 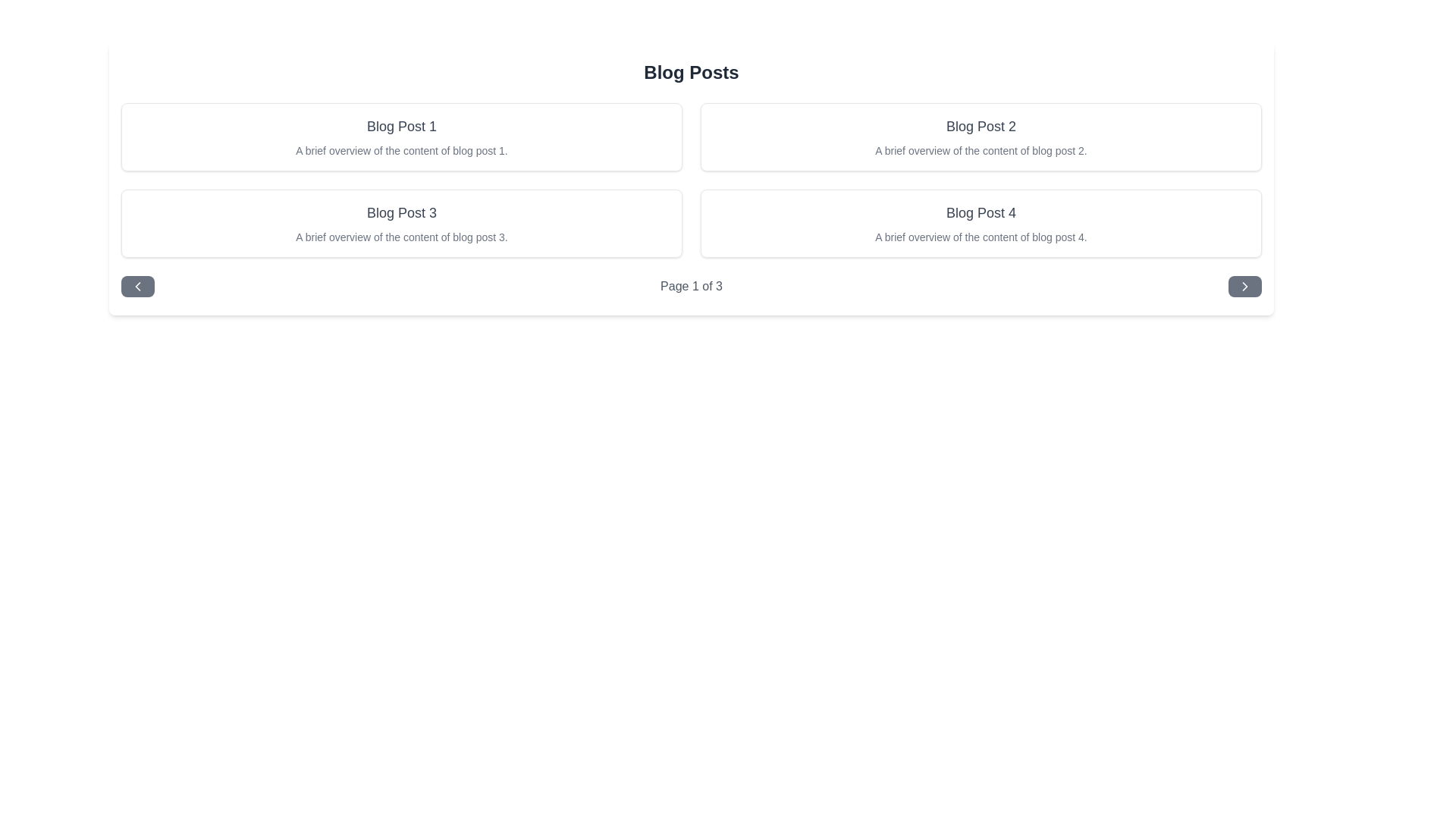 I want to click on the pagination control icon located at the top-right area of the button with a dark gray background and rounded edges to move to the next page of items, so click(x=1244, y=287).